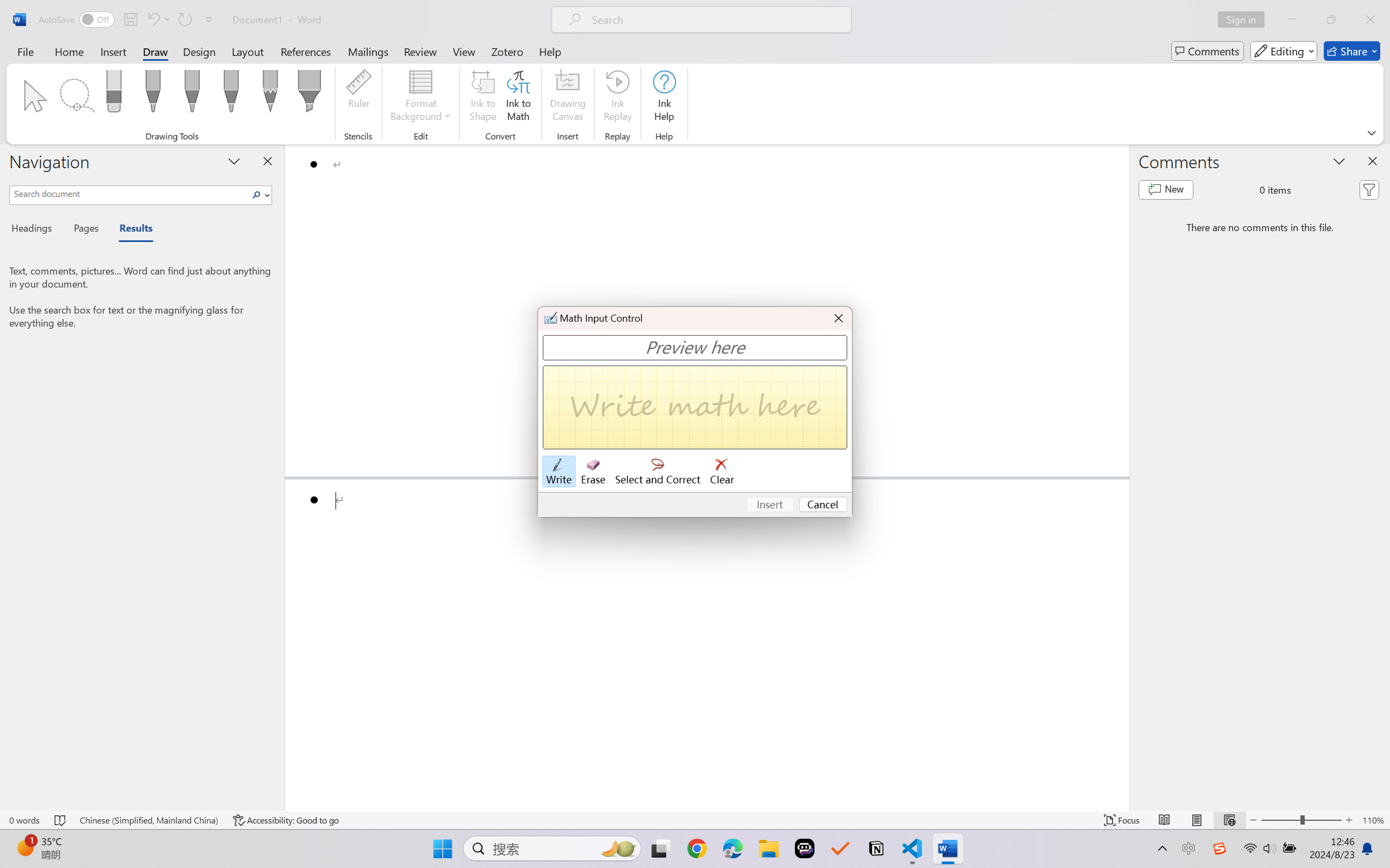 Image resolution: width=1390 pixels, height=868 pixels. I want to click on 'Microsoft Edge', so click(732, 848).